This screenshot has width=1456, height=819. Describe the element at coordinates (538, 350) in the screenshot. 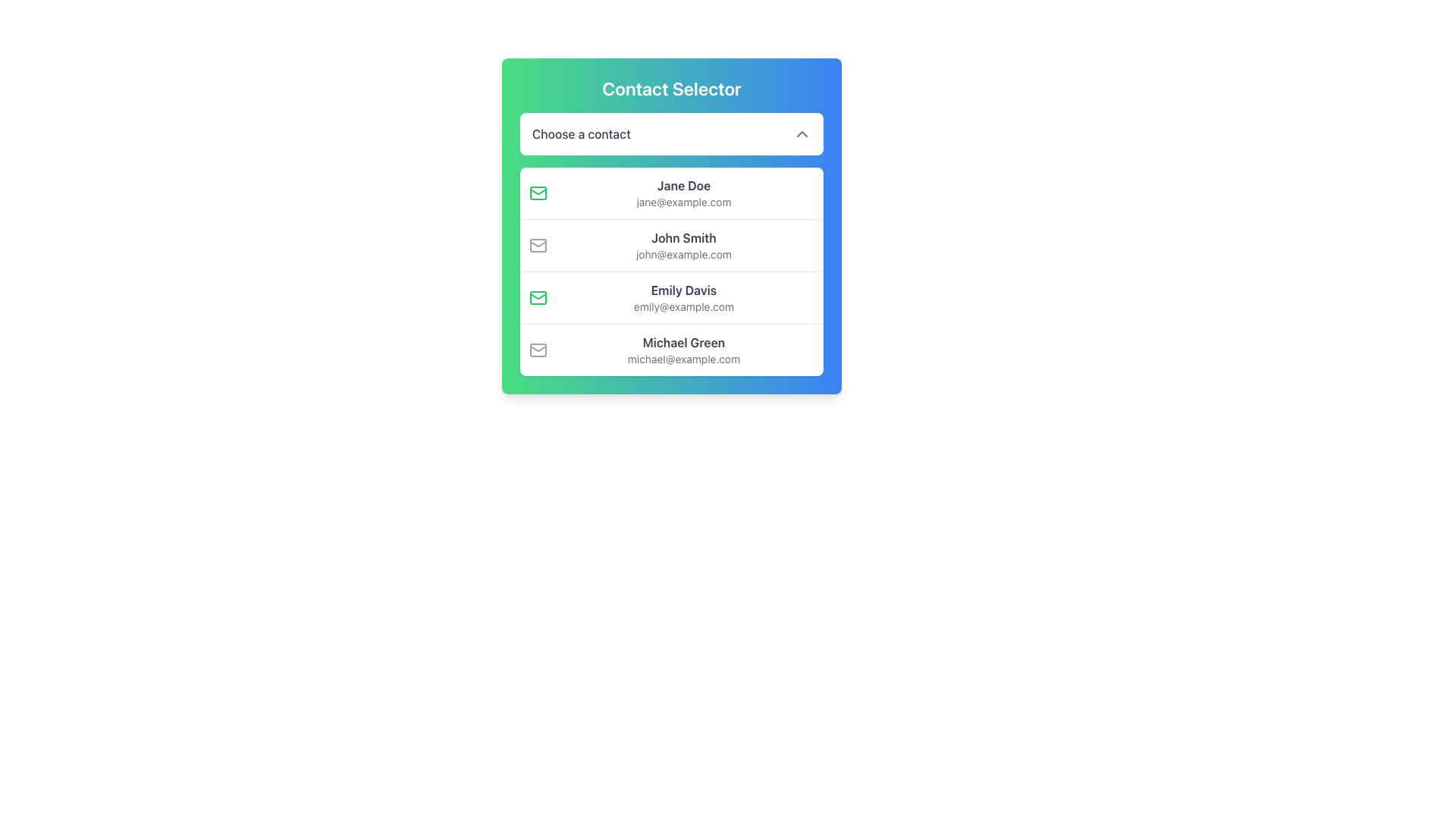

I see `the envelope icon located to the left of the name 'Michael Green' and the email 'michael@example.com' in the contact list of the 'Contact Selector'` at that location.